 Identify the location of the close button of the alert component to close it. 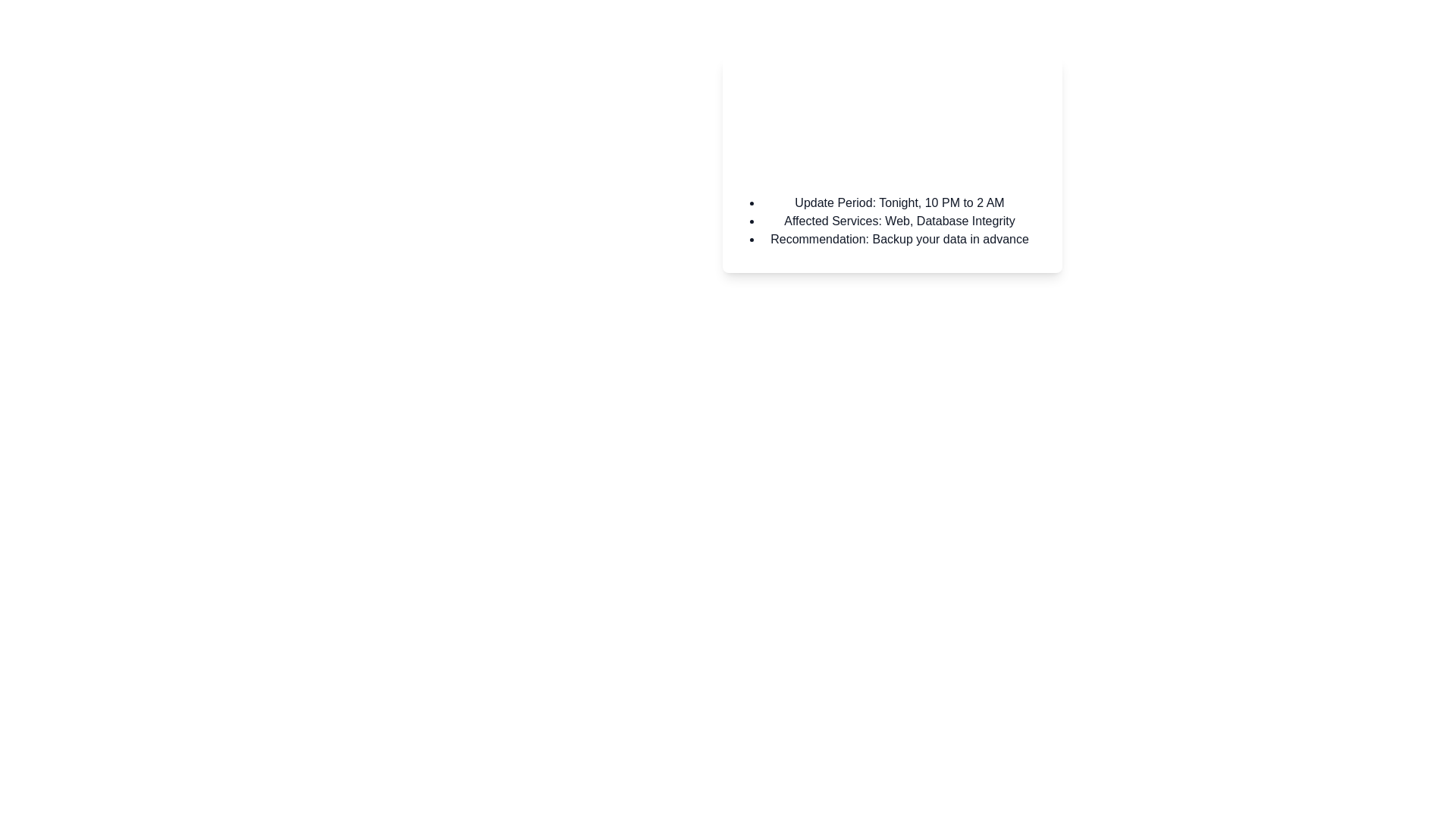
(1041, 79).